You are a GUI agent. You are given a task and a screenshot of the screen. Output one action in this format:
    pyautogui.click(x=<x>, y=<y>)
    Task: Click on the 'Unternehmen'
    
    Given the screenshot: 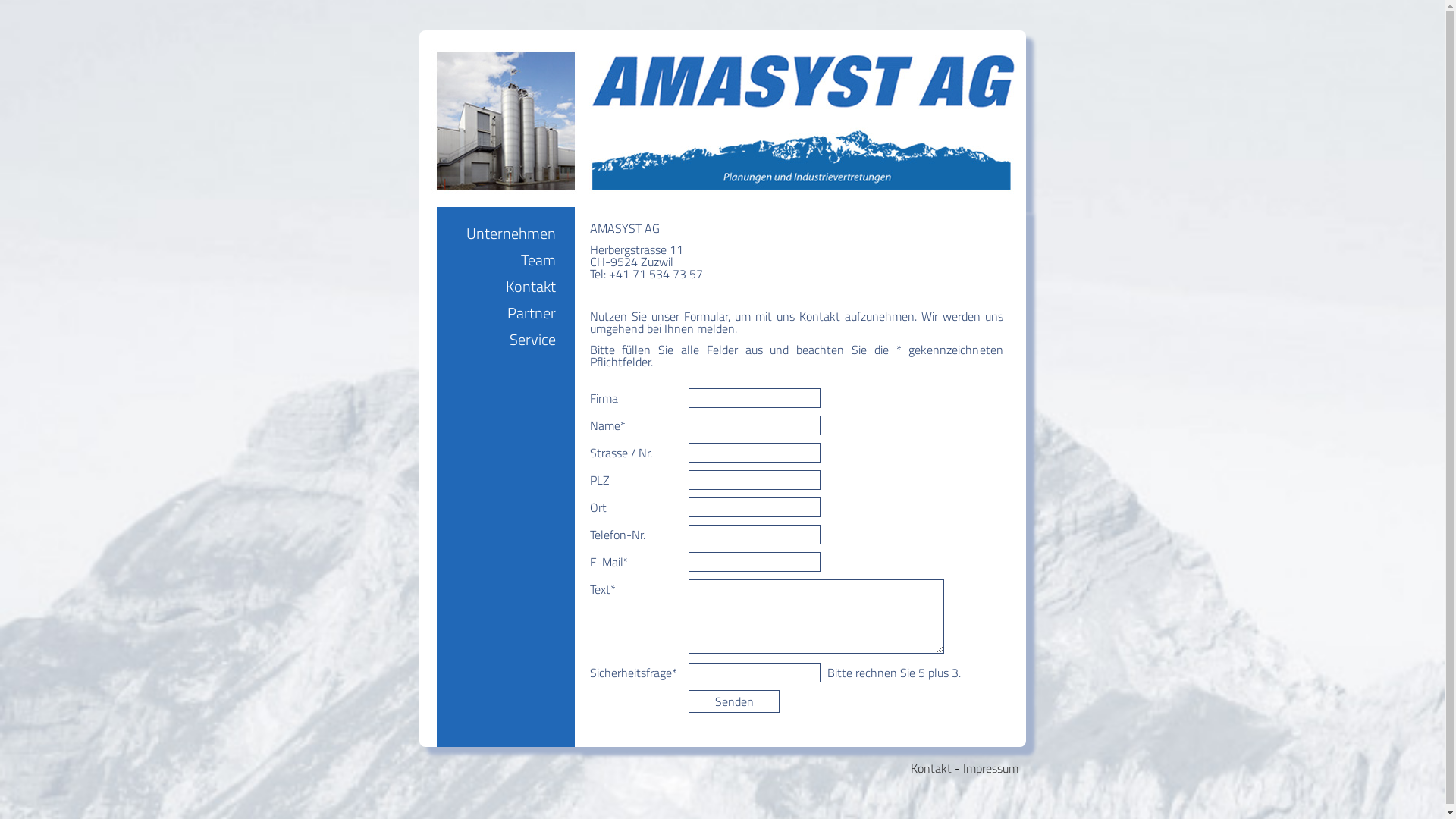 What is the action you would take?
    pyautogui.click(x=510, y=233)
    